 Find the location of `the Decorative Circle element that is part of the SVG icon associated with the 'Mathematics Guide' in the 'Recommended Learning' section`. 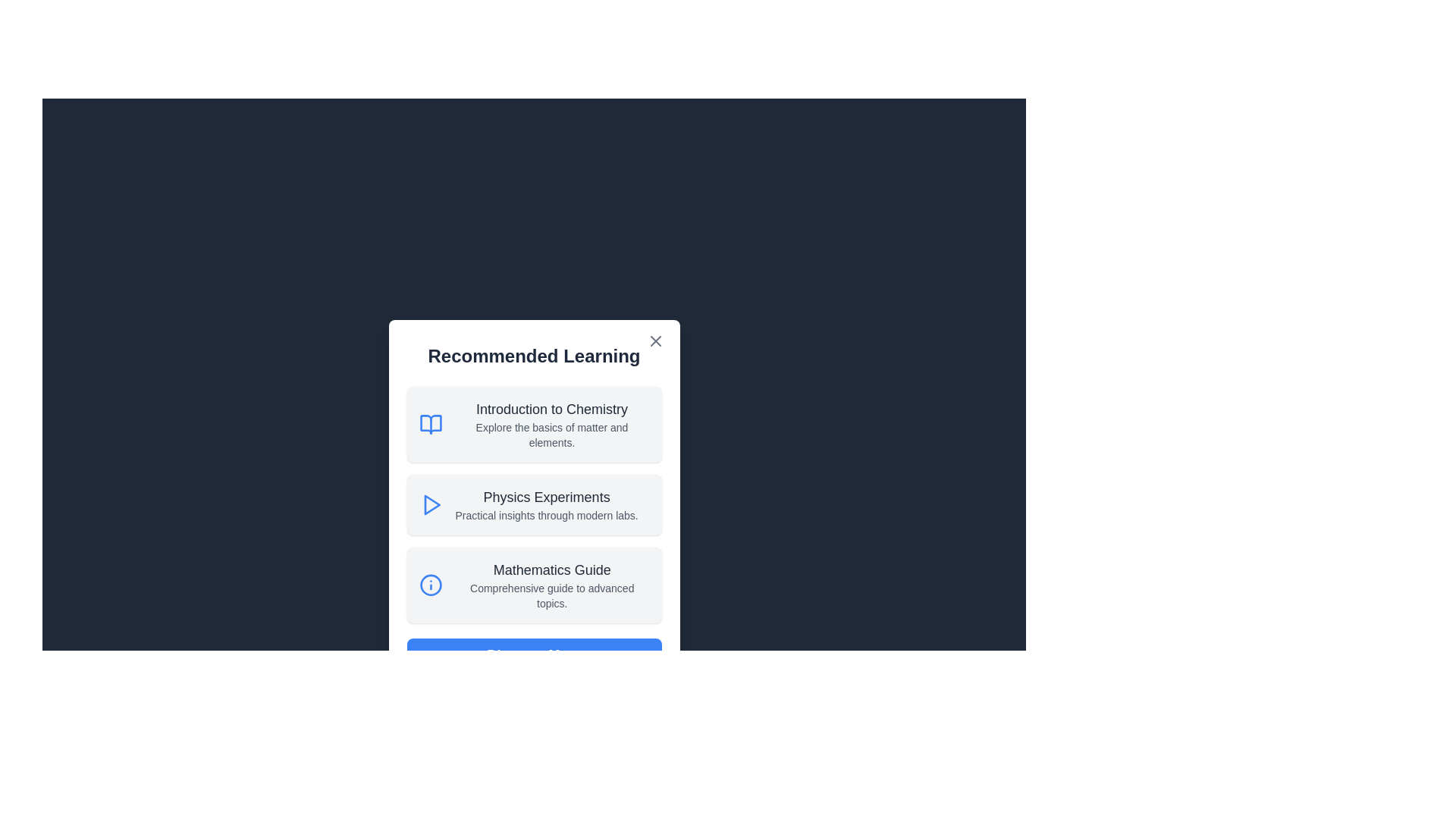

the Decorative Circle element that is part of the SVG icon associated with the 'Mathematics Guide' in the 'Recommended Learning' section is located at coordinates (430, 584).